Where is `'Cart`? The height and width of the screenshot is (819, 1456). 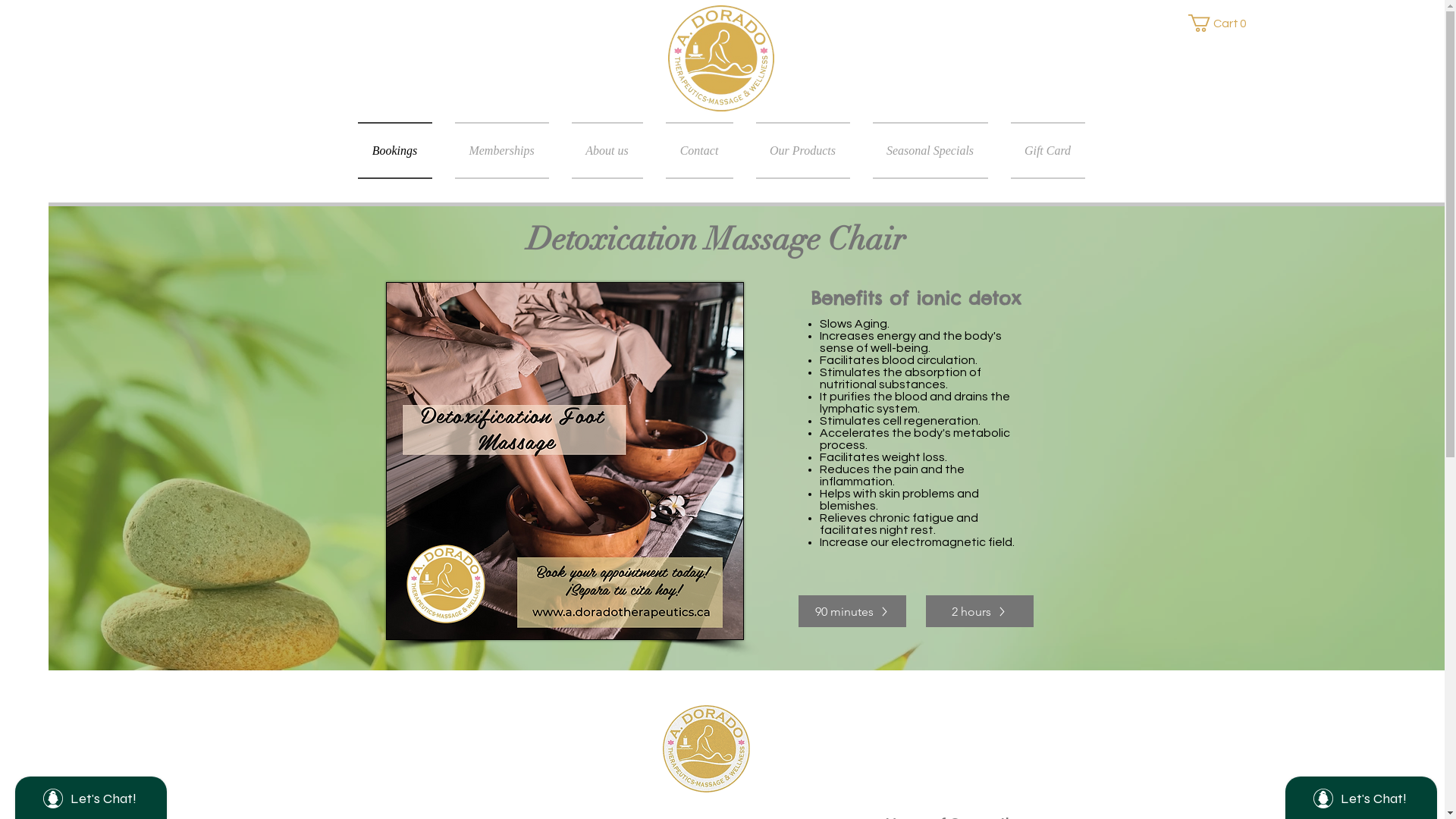 'Cart is located at coordinates (1219, 23).